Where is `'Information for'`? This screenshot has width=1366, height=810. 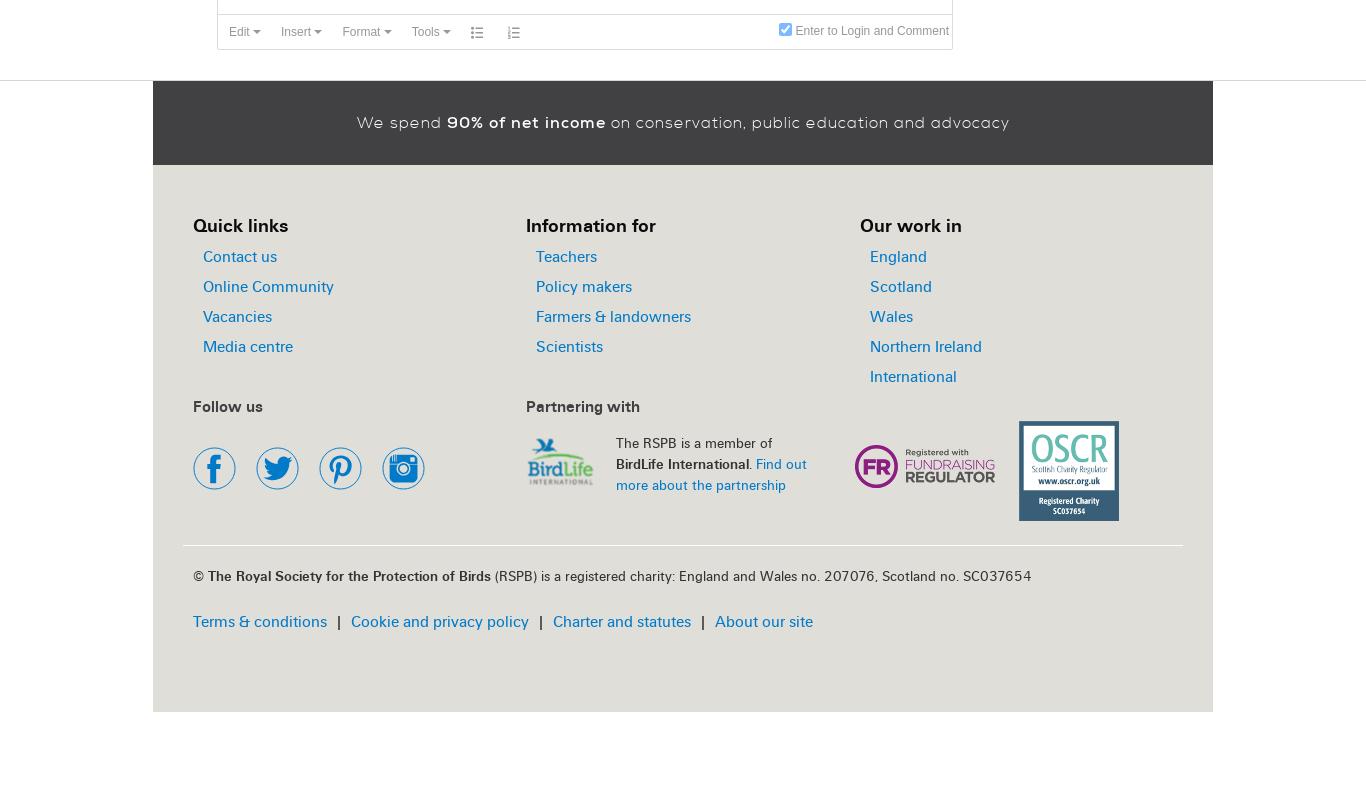
'Information for' is located at coordinates (590, 224).